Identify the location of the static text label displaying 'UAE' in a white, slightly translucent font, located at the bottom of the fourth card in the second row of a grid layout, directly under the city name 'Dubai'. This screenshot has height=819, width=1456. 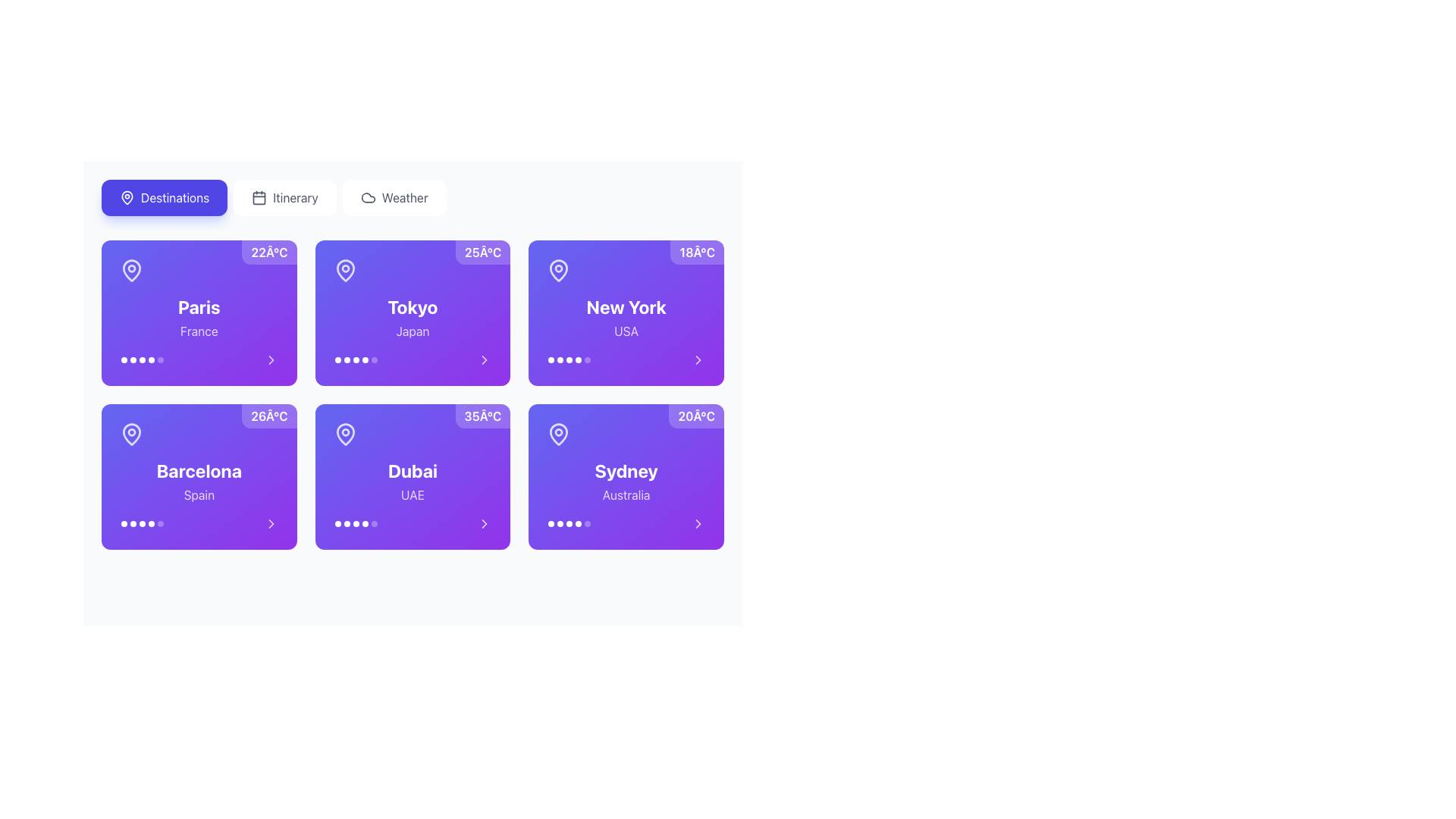
(413, 494).